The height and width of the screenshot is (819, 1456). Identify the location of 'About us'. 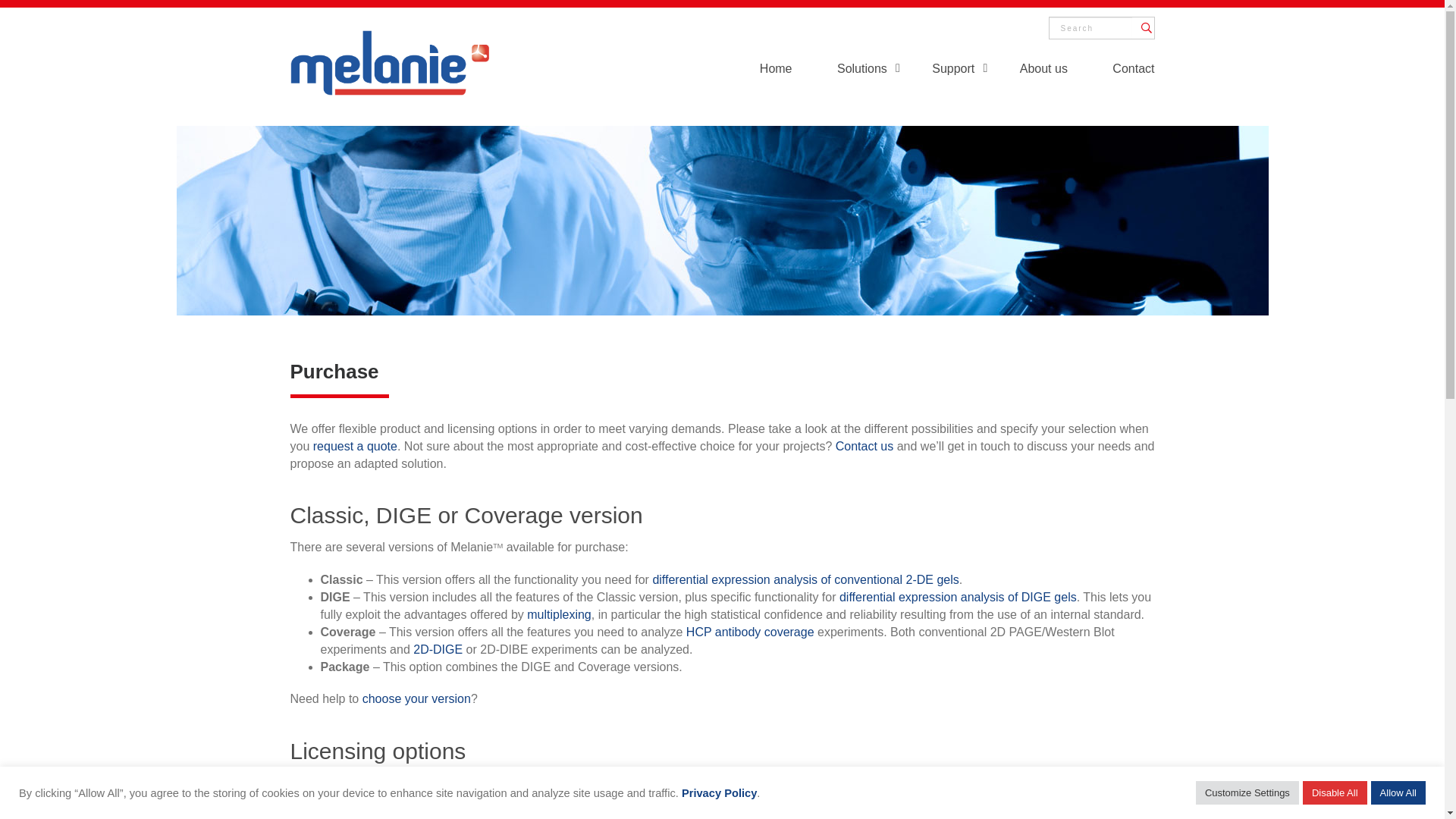
(1043, 71).